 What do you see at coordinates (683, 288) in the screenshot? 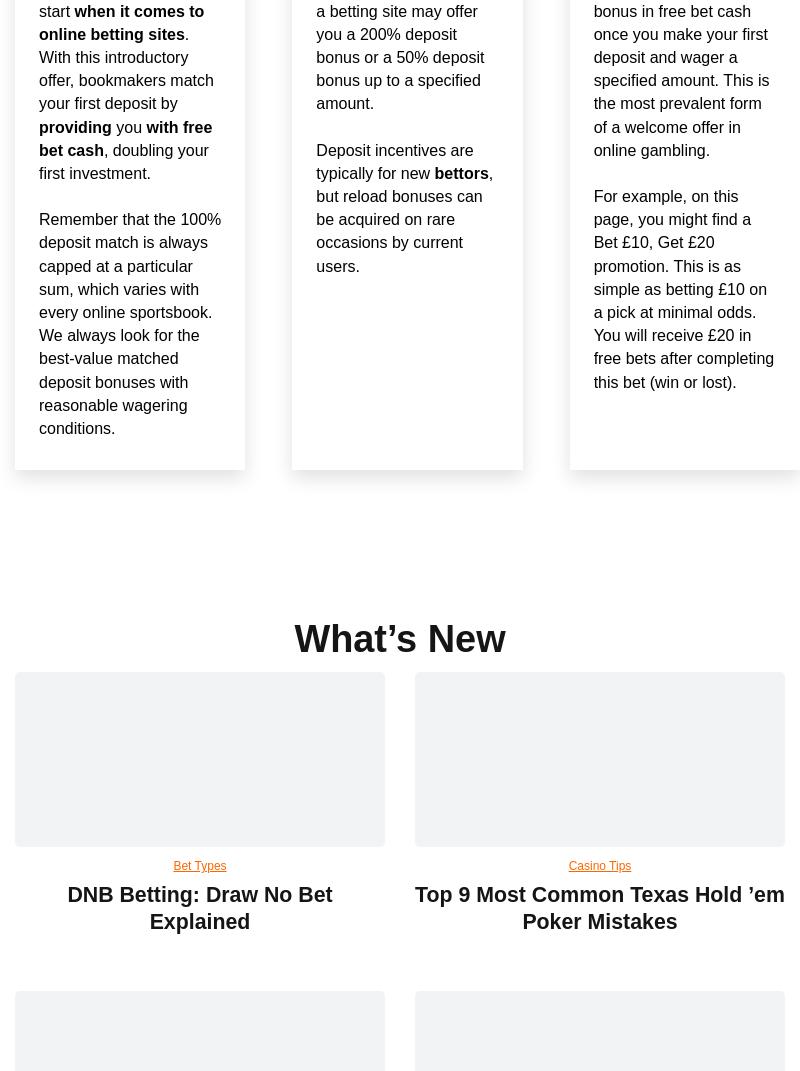
I see `'For example, on this page, you might find a Bet £10, Get £20 promotion. This is as simple as betting £10 on a pick at minimal odds. You will receive £20 in free bets after completing this bet (win or lost).'` at bounding box center [683, 288].